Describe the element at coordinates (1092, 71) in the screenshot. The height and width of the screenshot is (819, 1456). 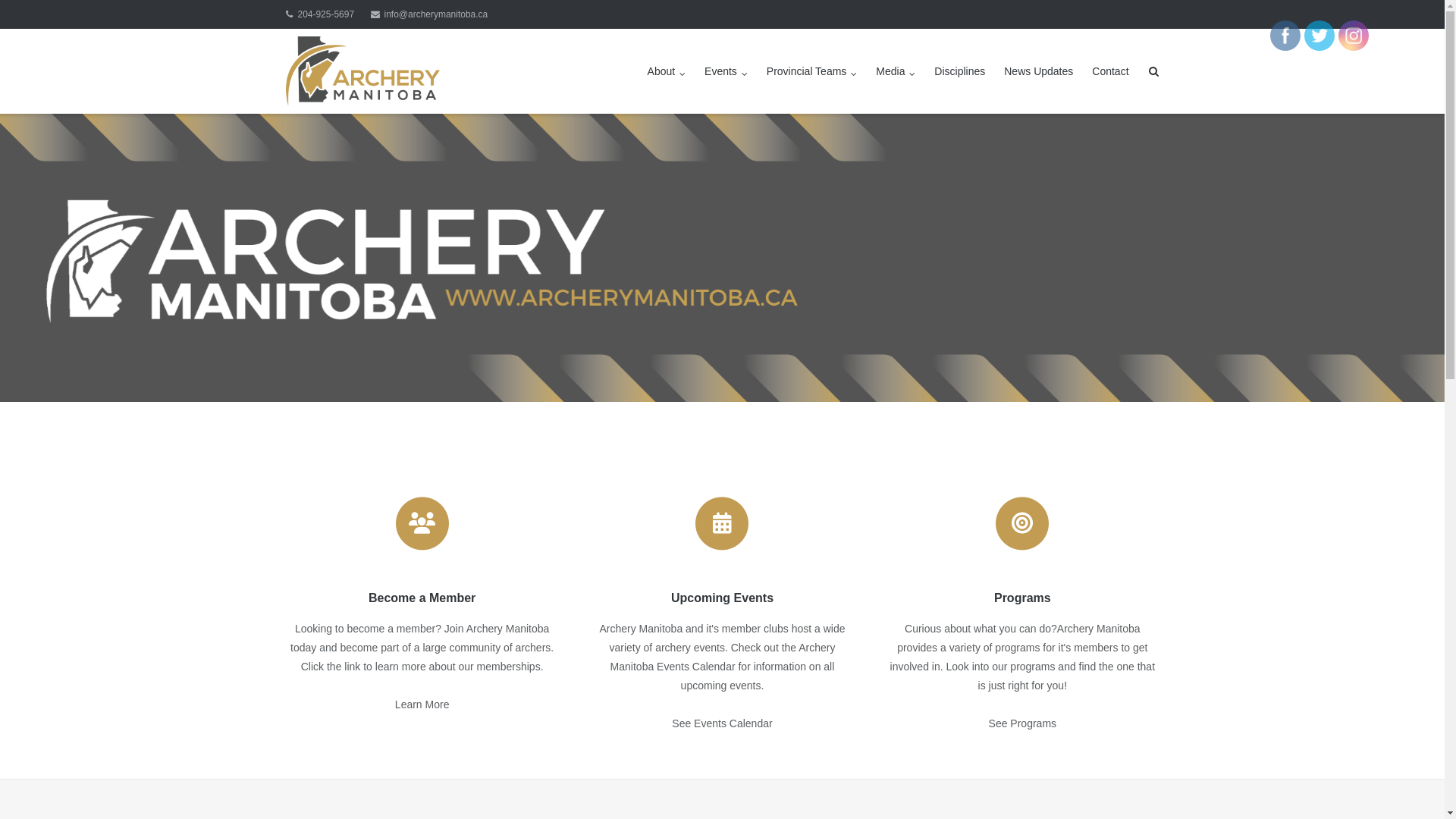
I see `'Contact'` at that location.